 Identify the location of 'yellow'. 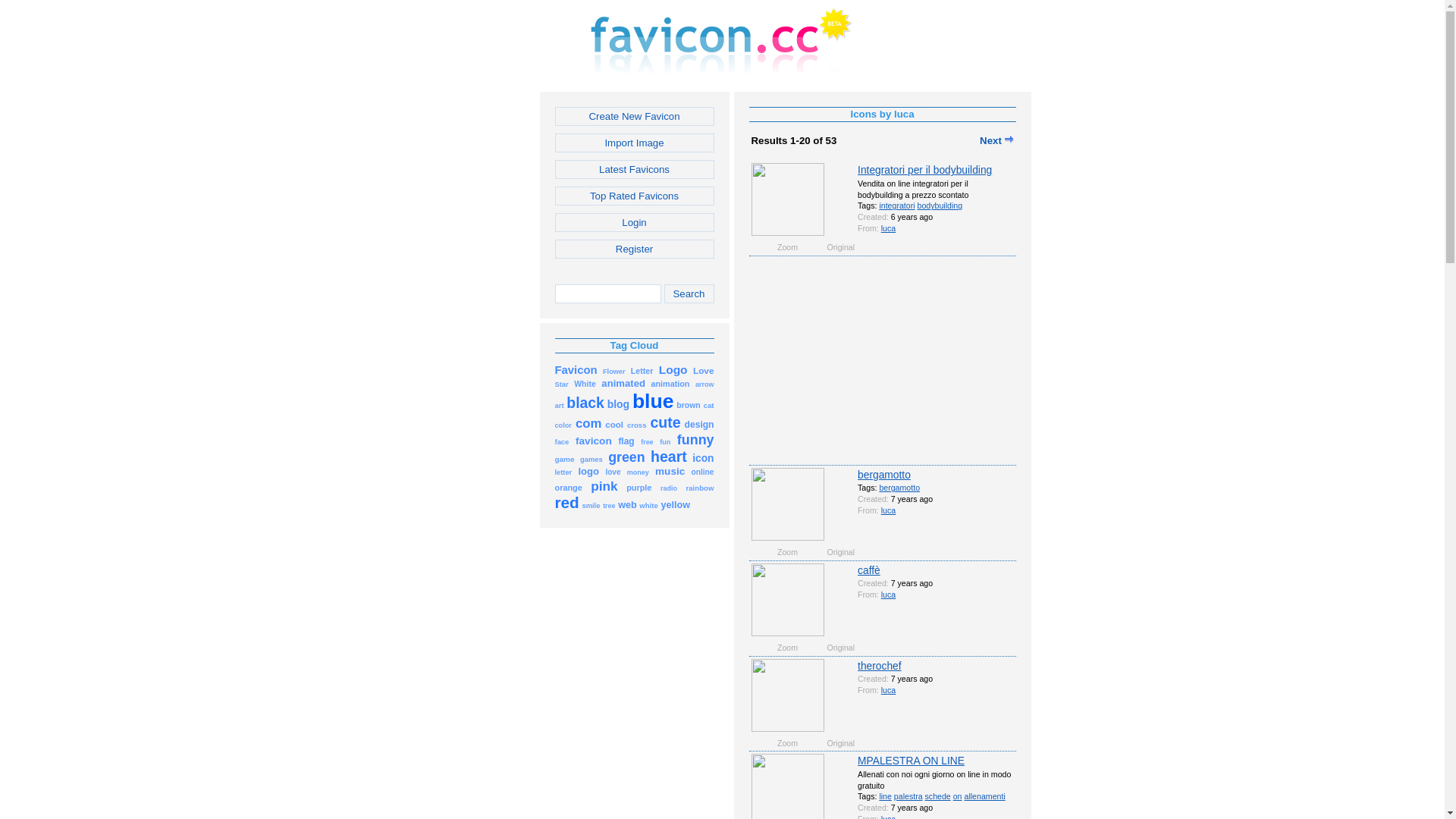
(674, 504).